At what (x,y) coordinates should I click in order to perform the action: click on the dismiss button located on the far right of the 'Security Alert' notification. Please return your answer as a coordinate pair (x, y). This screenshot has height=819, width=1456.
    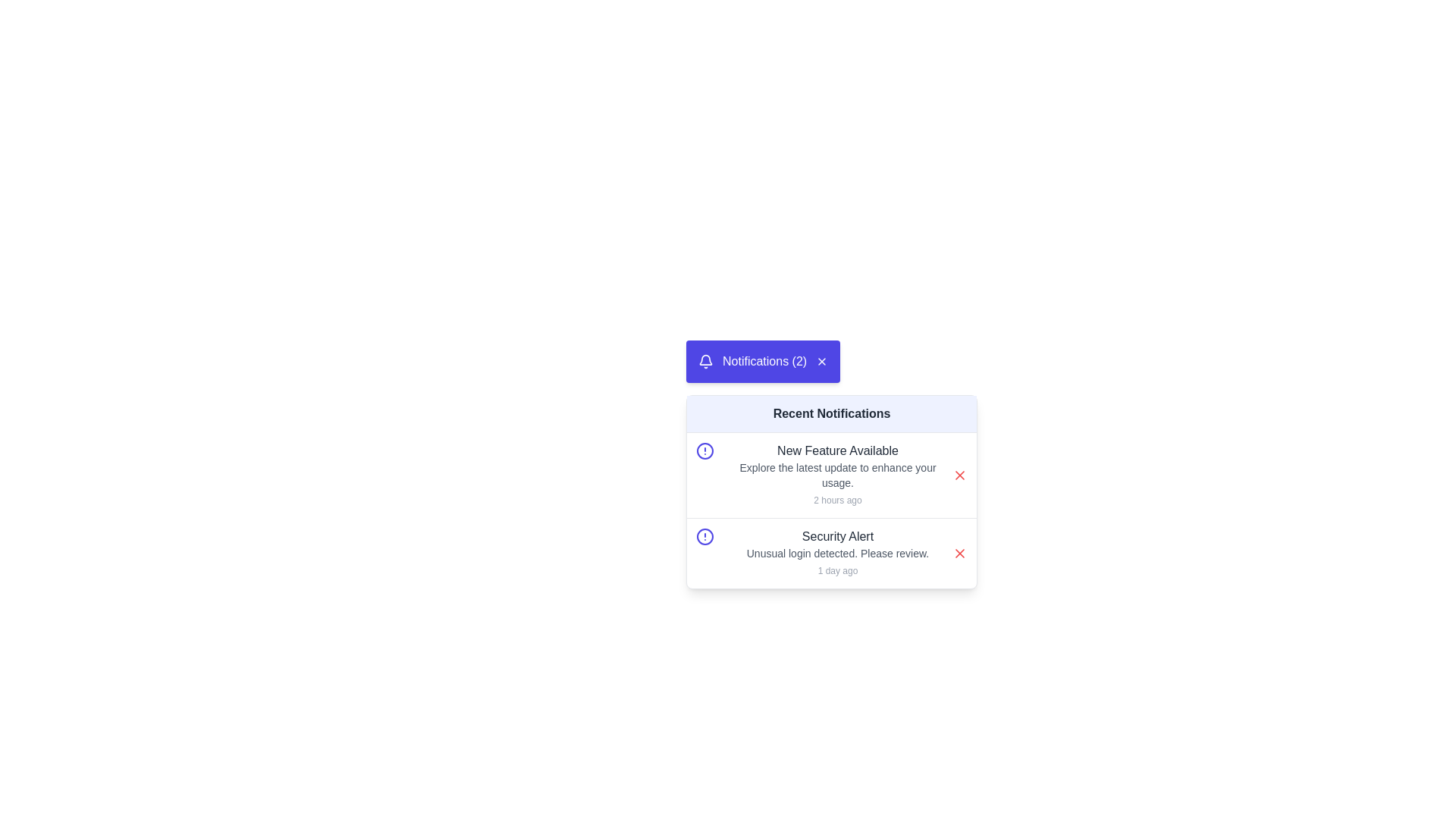
    Looking at the image, I should click on (959, 553).